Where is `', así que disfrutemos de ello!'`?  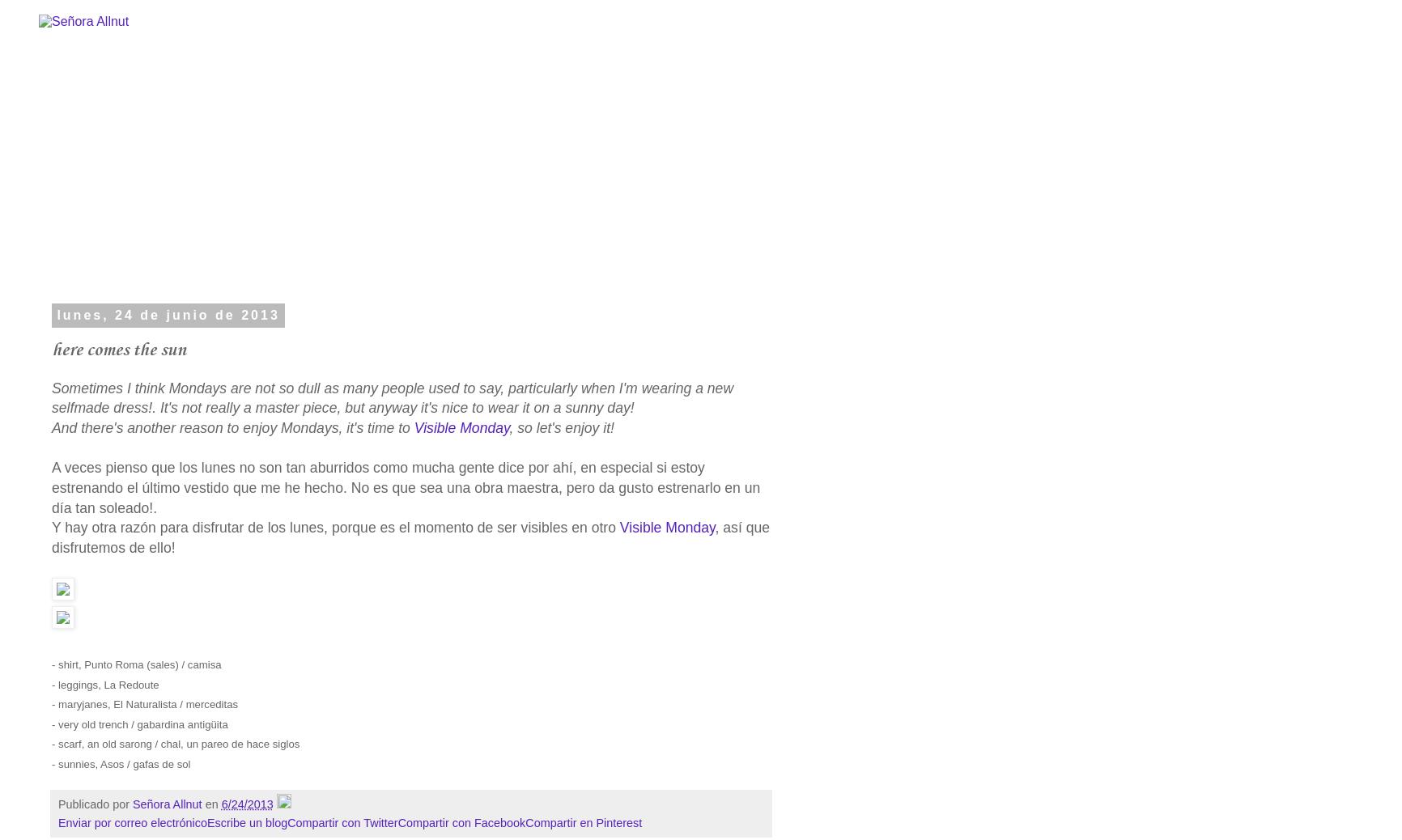
', así que disfrutemos de ello!' is located at coordinates (410, 537).